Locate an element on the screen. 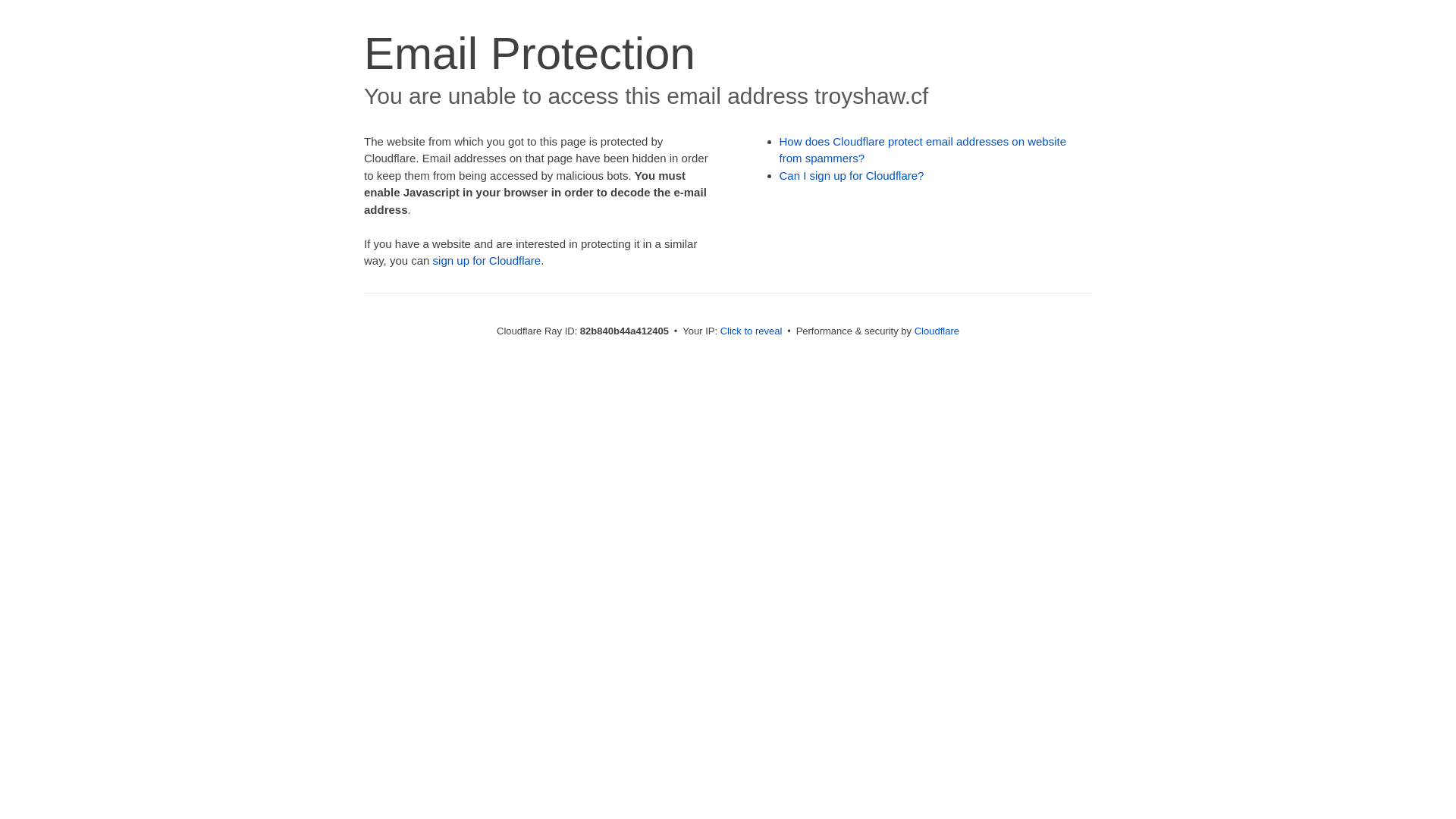 Image resolution: width=1456 pixels, height=819 pixels. 'Click to reveal' is located at coordinates (720, 330).